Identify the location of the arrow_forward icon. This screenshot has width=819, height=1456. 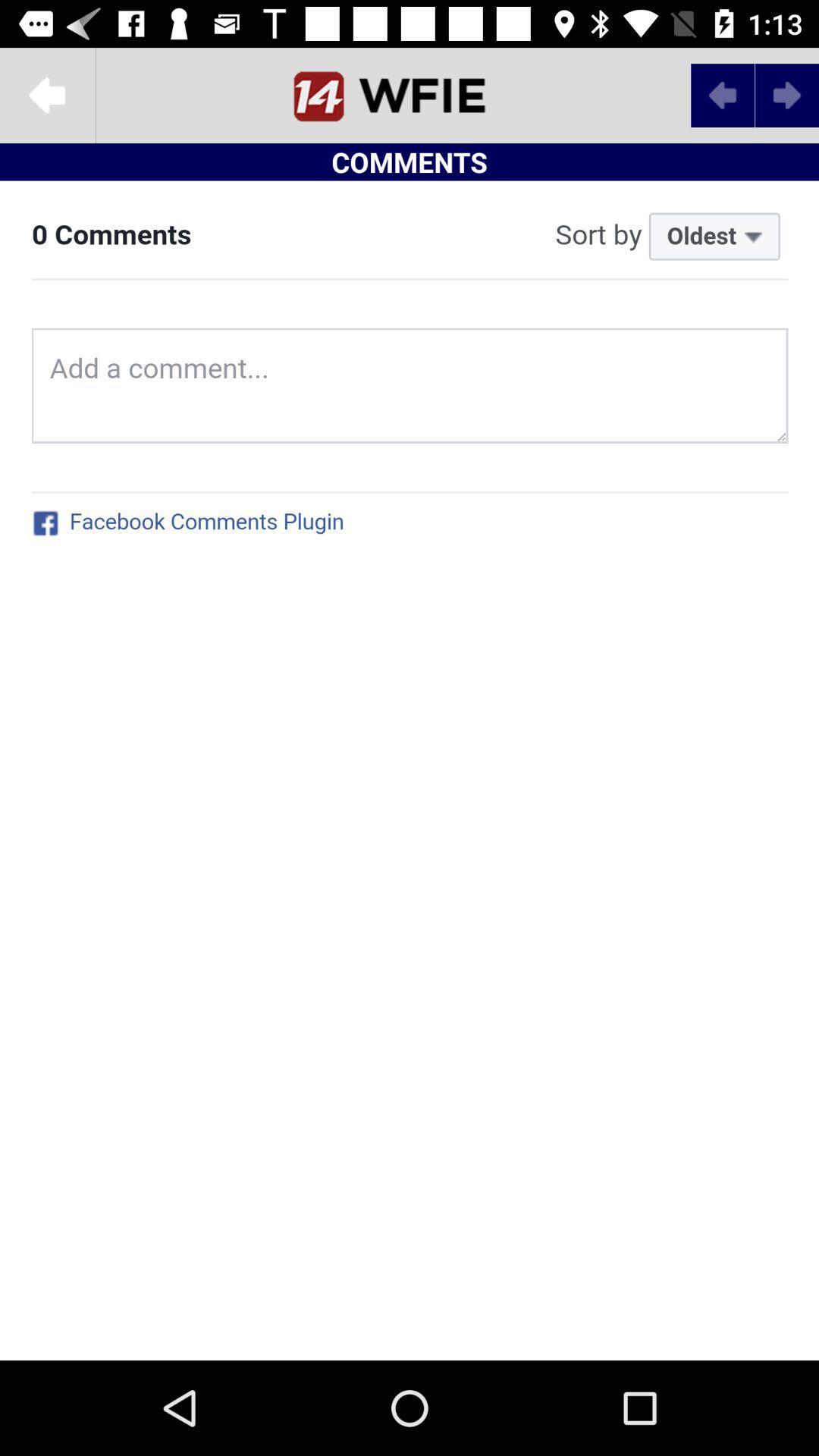
(786, 94).